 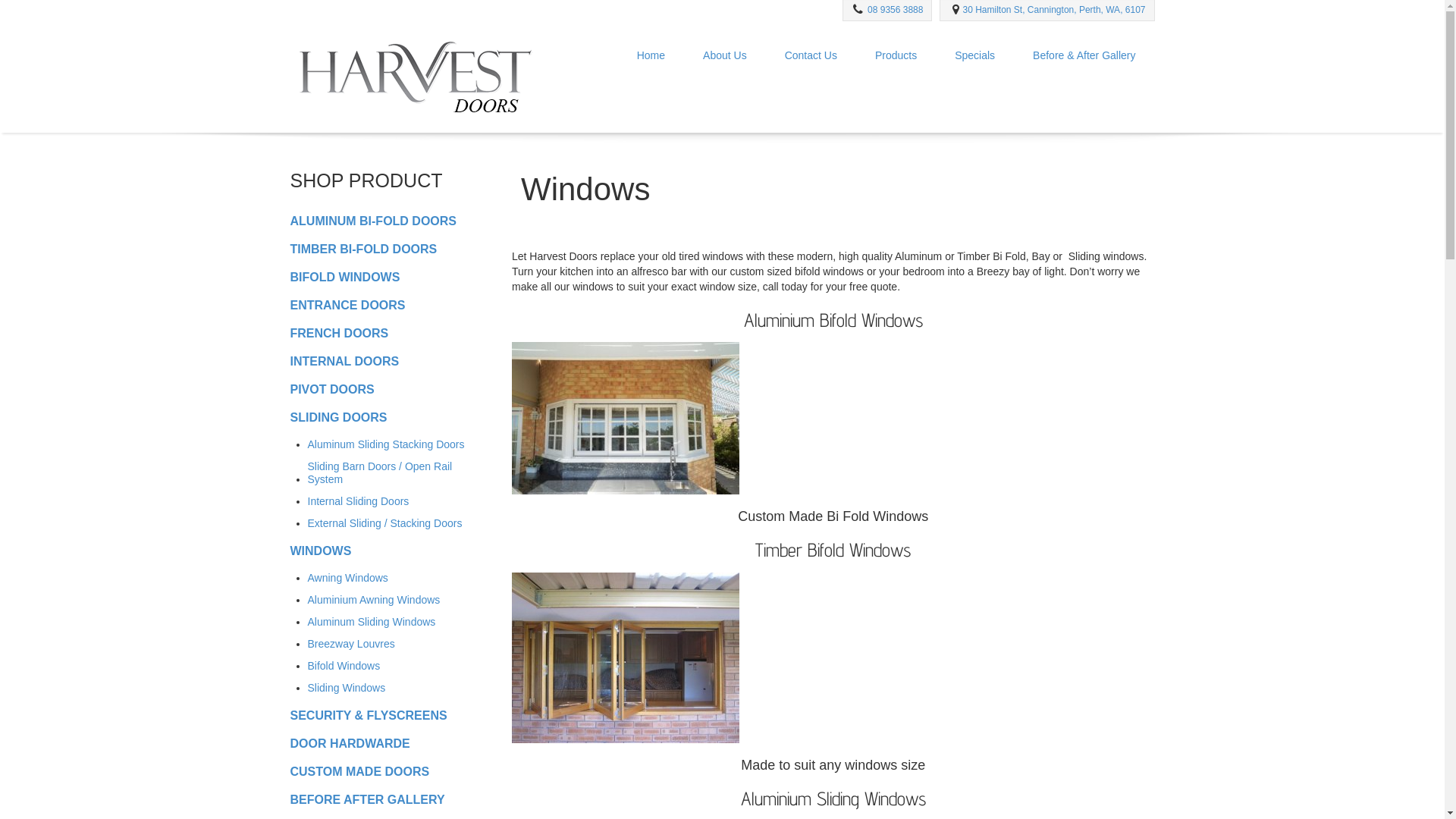 I want to click on 'INTERNAL DOORS', so click(x=344, y=361).